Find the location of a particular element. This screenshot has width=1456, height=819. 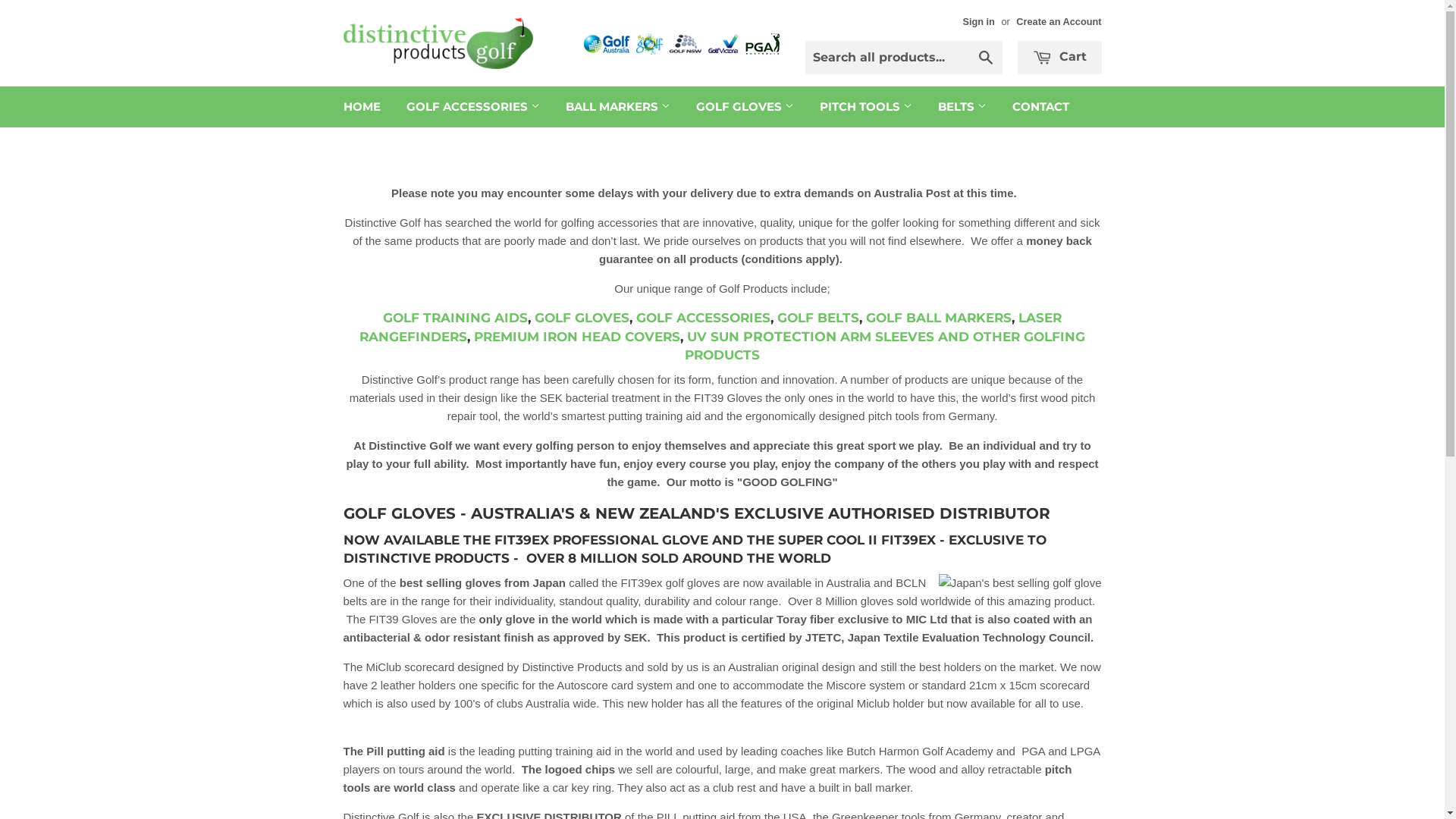

'PREMIUM IRON HEAD COVERS' is located at coordinates (576, 335).